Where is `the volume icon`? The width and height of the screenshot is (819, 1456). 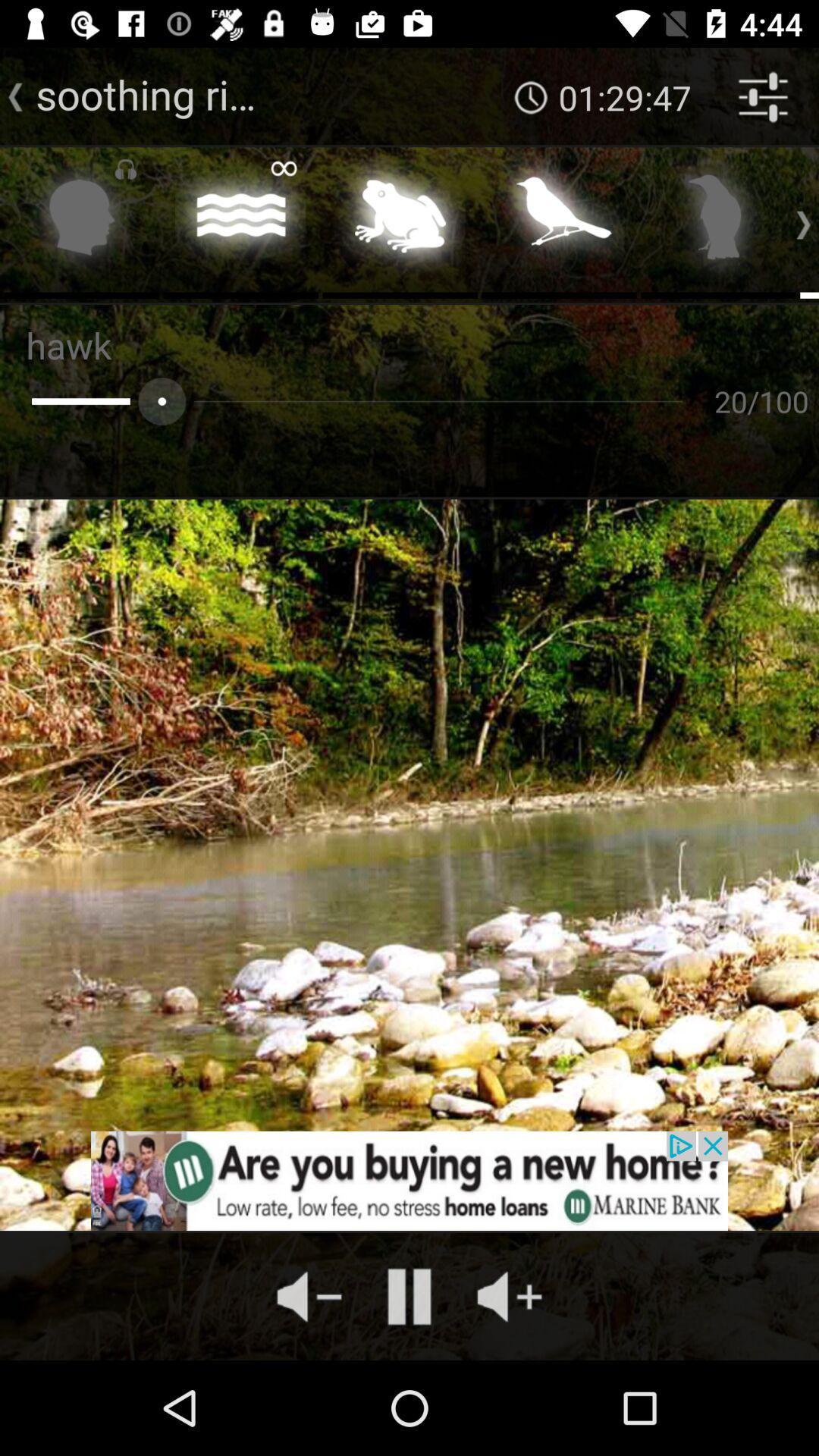
the volume icon is located at coordinates (309, 1295).